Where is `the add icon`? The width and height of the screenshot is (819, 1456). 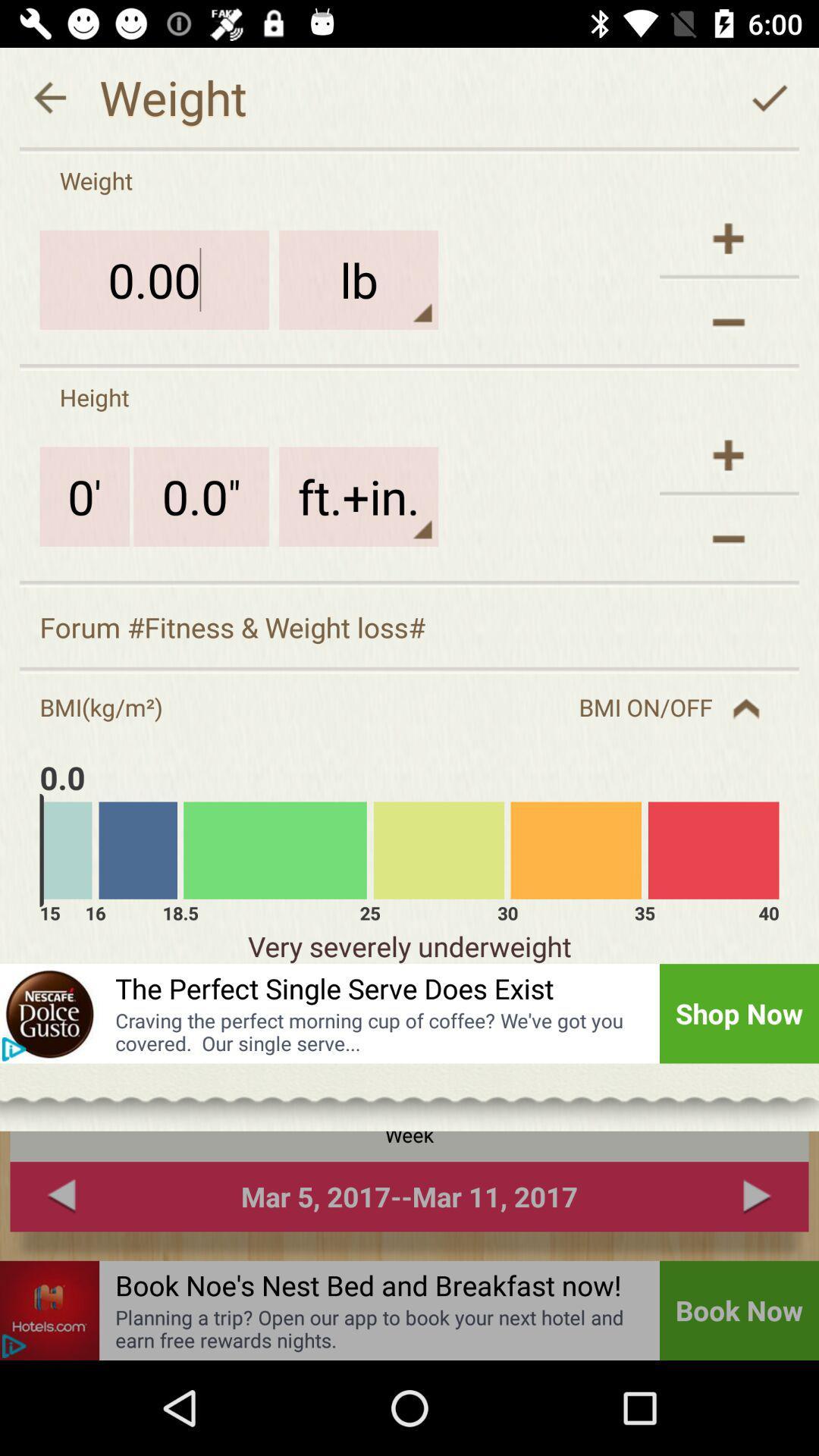 the add icon is located at coordinates (728, 454).